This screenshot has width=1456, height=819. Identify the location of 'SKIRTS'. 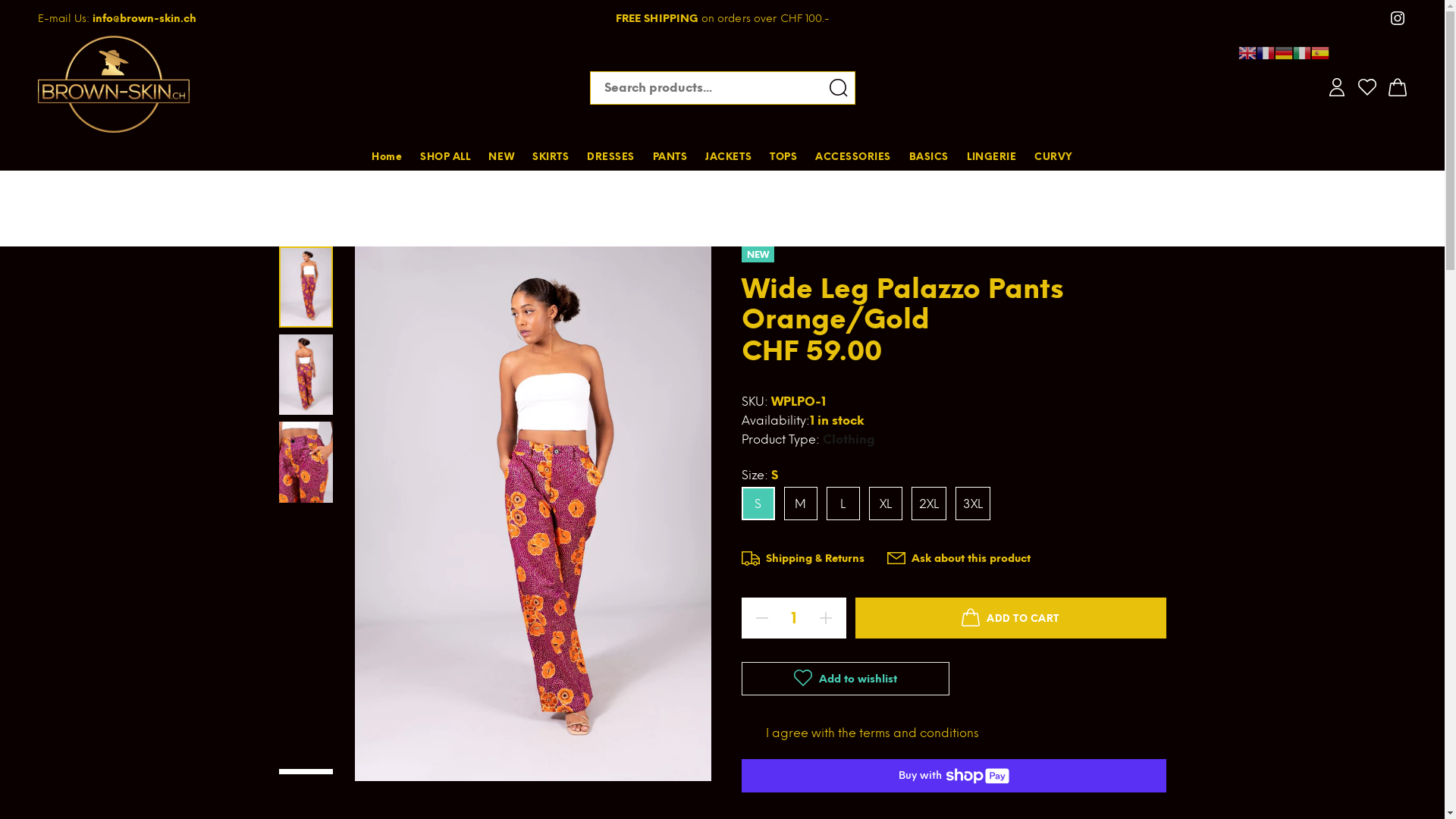
(549, 155).